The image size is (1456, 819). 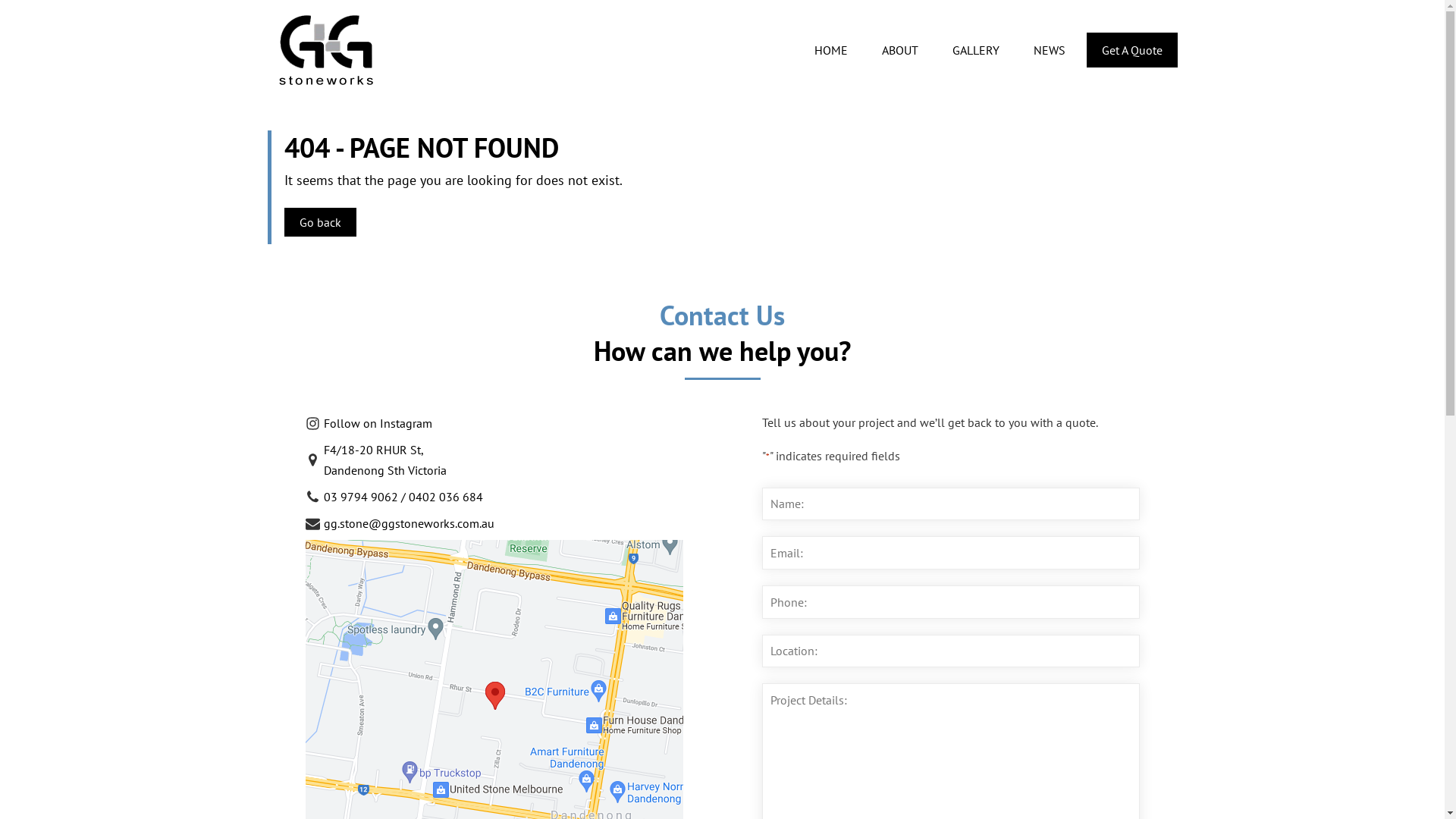 I want to click on 'gg.stone@ggstoneworks.com.au', so click(x=399, y=526).